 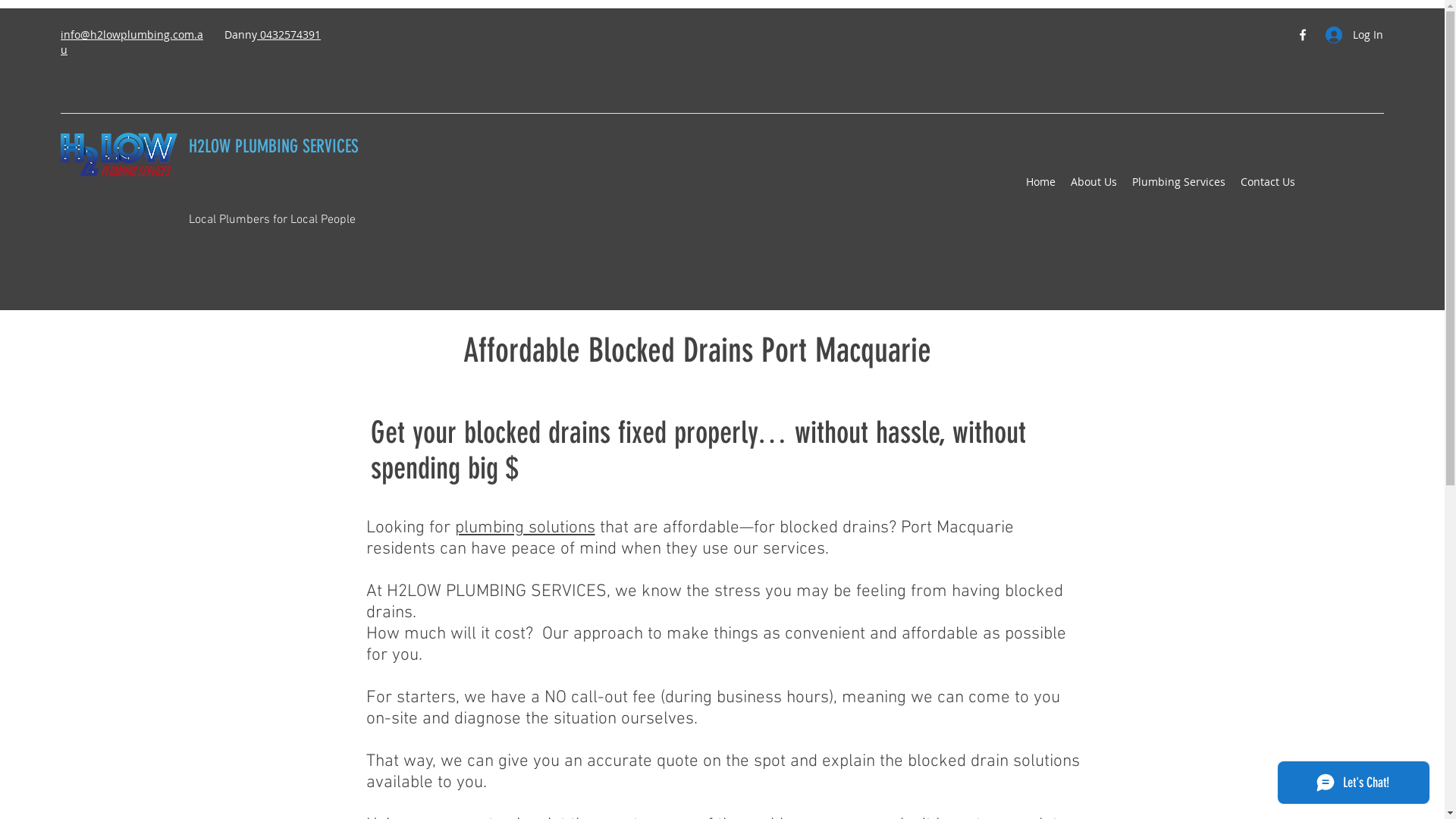 What do you see at coordinates (1267, 180) in the screenshot?
I see `'Contact Us'` at bounding box center [1267, 180].